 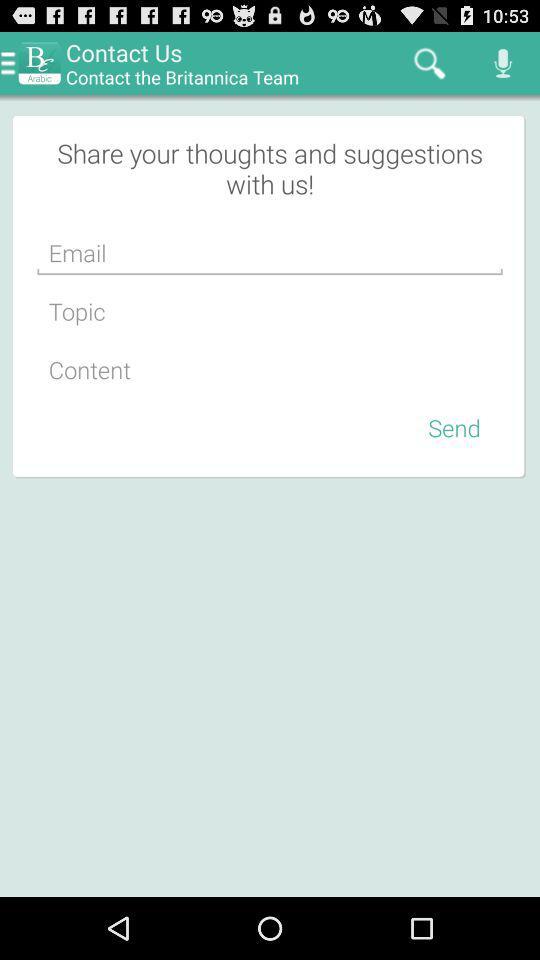 What do you see at coordinates (270, 252) in the screenshot?
I see `type email` at bounding box center [270, 252].